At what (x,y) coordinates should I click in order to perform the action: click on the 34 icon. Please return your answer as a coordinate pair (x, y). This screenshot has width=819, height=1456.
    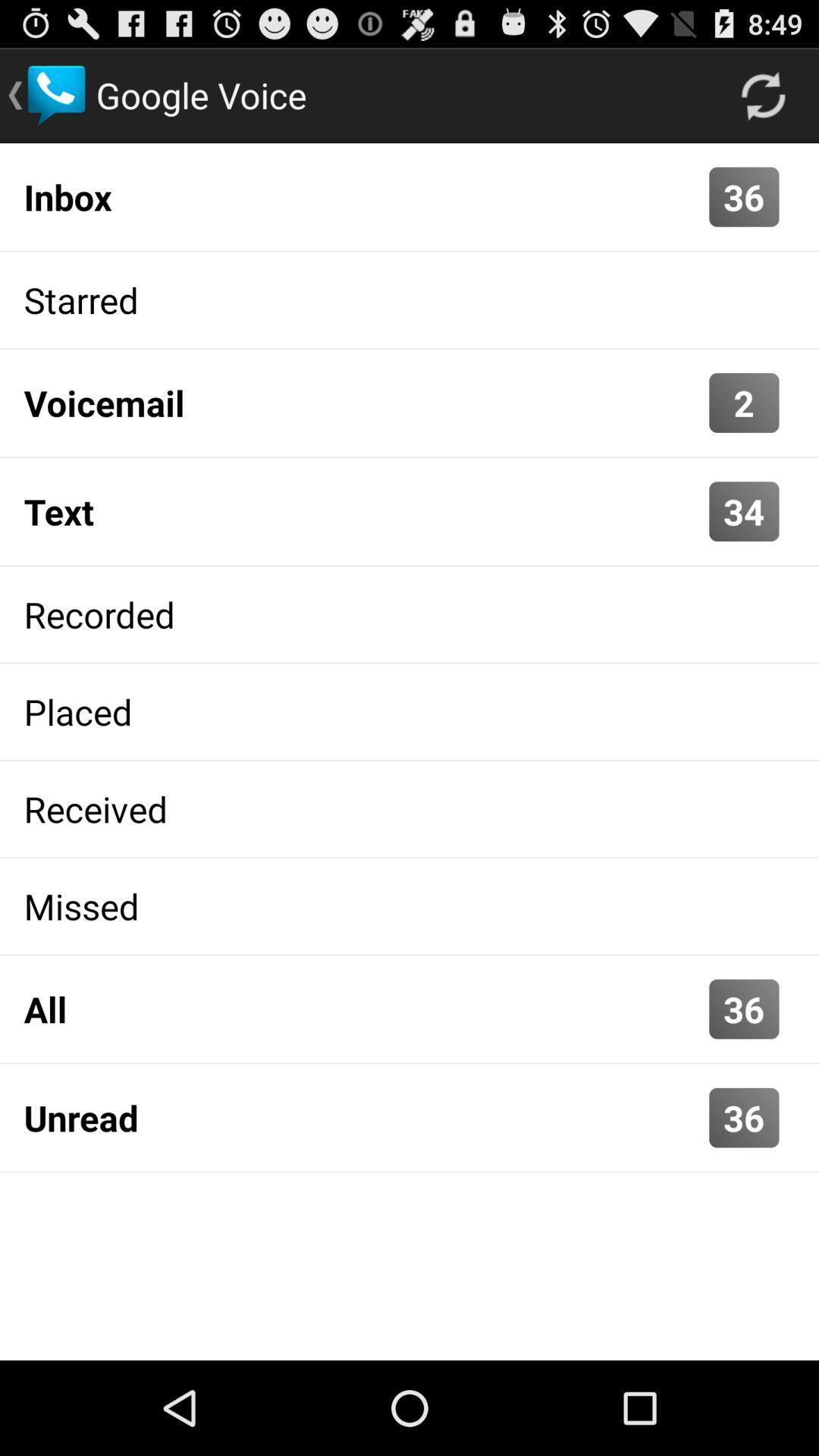
    Looking at the image, I should click on (743, 511).